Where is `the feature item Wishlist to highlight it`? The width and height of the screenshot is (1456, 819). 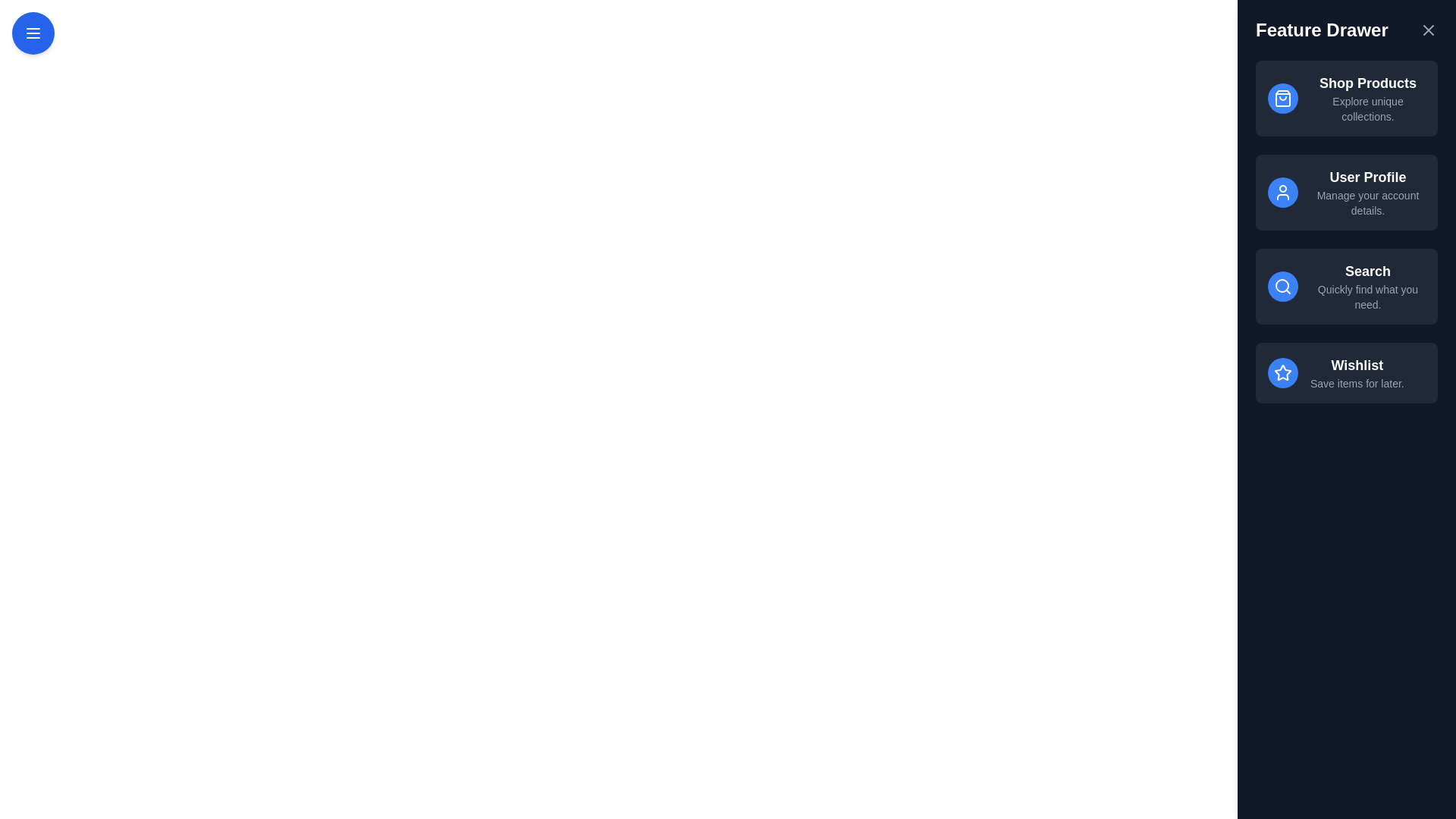 the feature item Wishlist to highlight it is located at coordinates (1347, 373).